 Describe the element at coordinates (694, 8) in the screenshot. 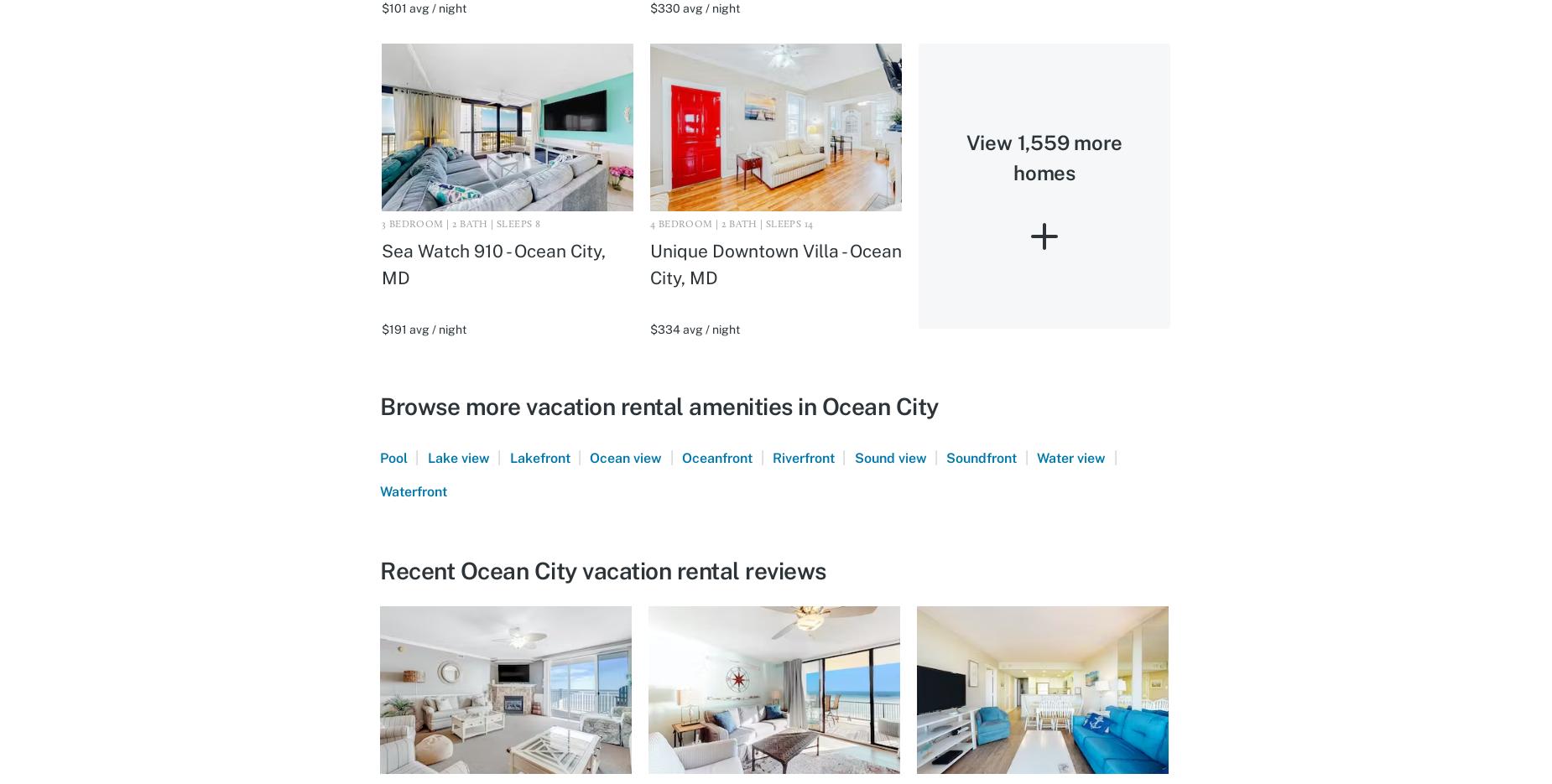

I see `'$330 avg / night'` at that location.